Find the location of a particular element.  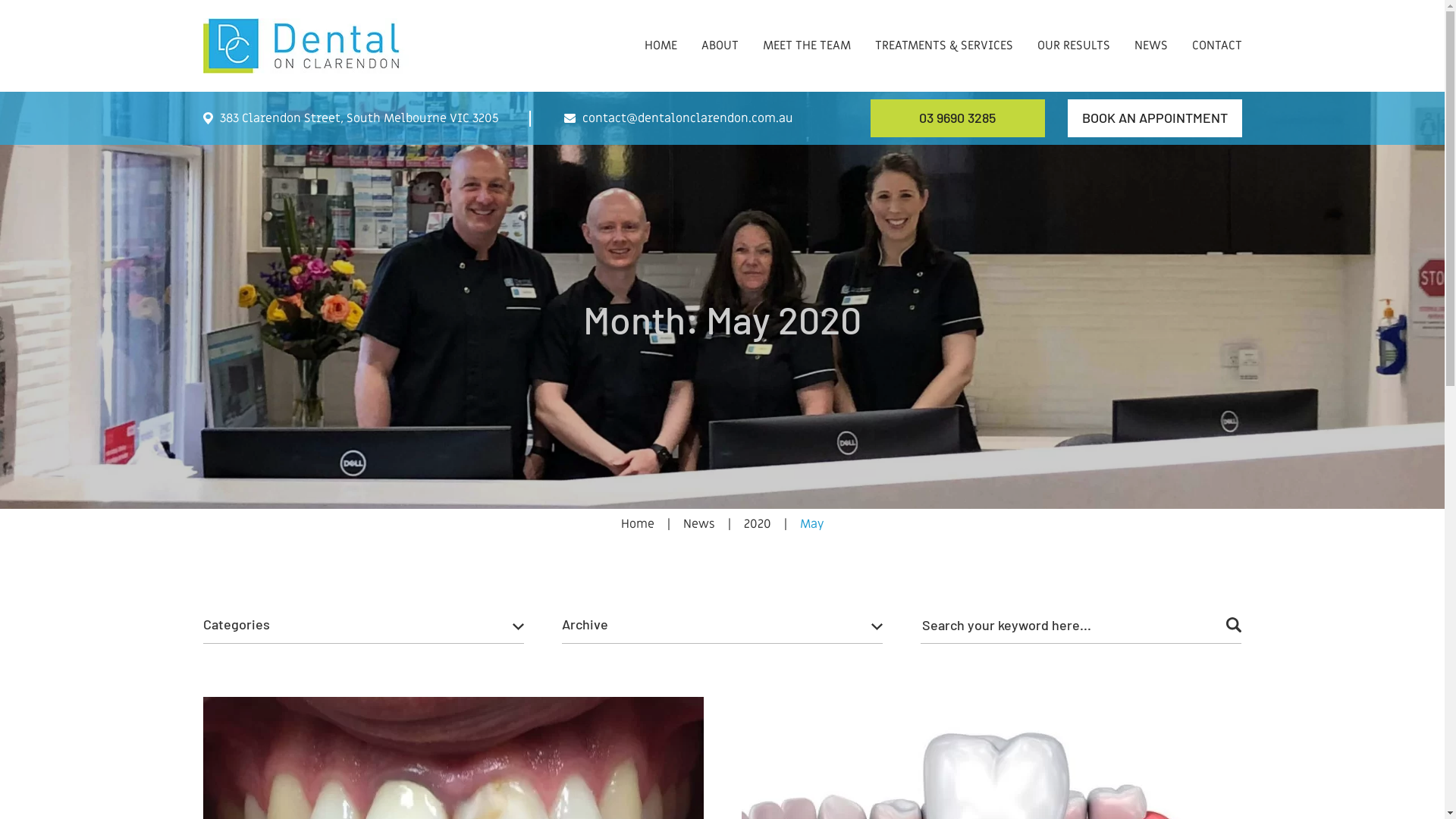

'2020' is located at coordinates (757, 522).